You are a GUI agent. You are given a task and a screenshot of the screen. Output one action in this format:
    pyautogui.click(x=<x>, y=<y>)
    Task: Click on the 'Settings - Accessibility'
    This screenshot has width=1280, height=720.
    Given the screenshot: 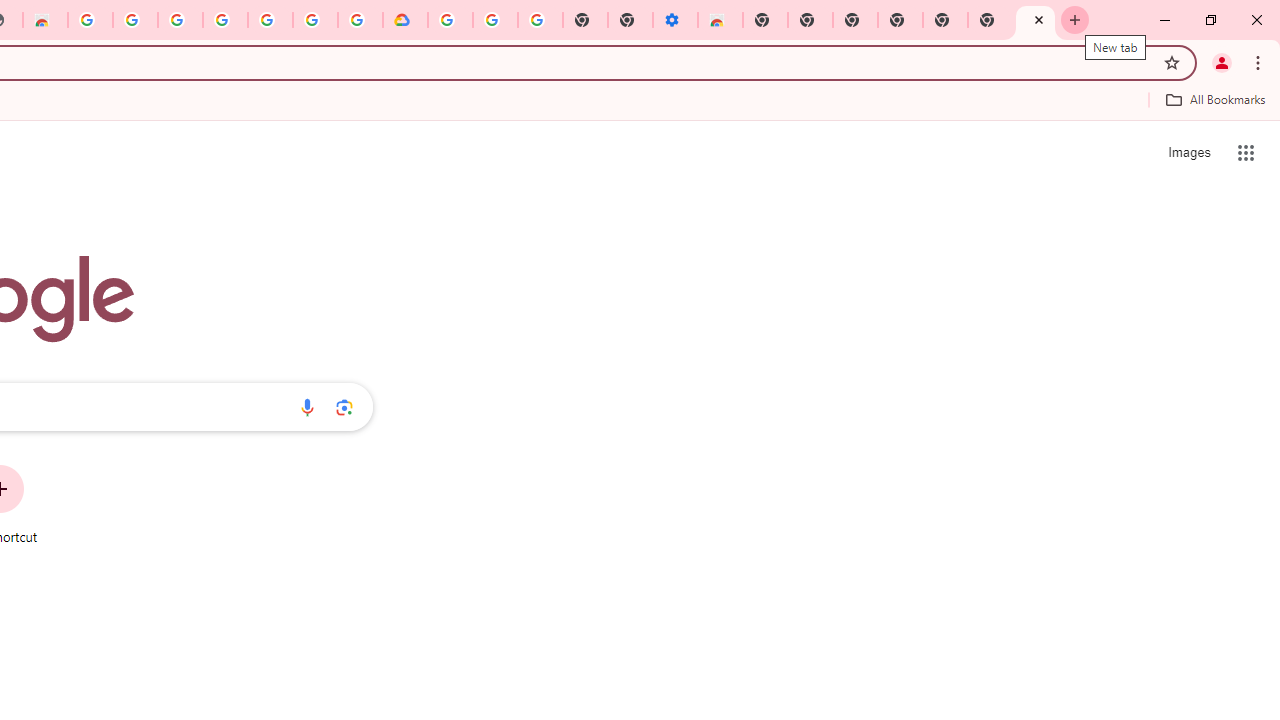 What is the action you would take?
    pyautogui.click(x=675, y=20)
    